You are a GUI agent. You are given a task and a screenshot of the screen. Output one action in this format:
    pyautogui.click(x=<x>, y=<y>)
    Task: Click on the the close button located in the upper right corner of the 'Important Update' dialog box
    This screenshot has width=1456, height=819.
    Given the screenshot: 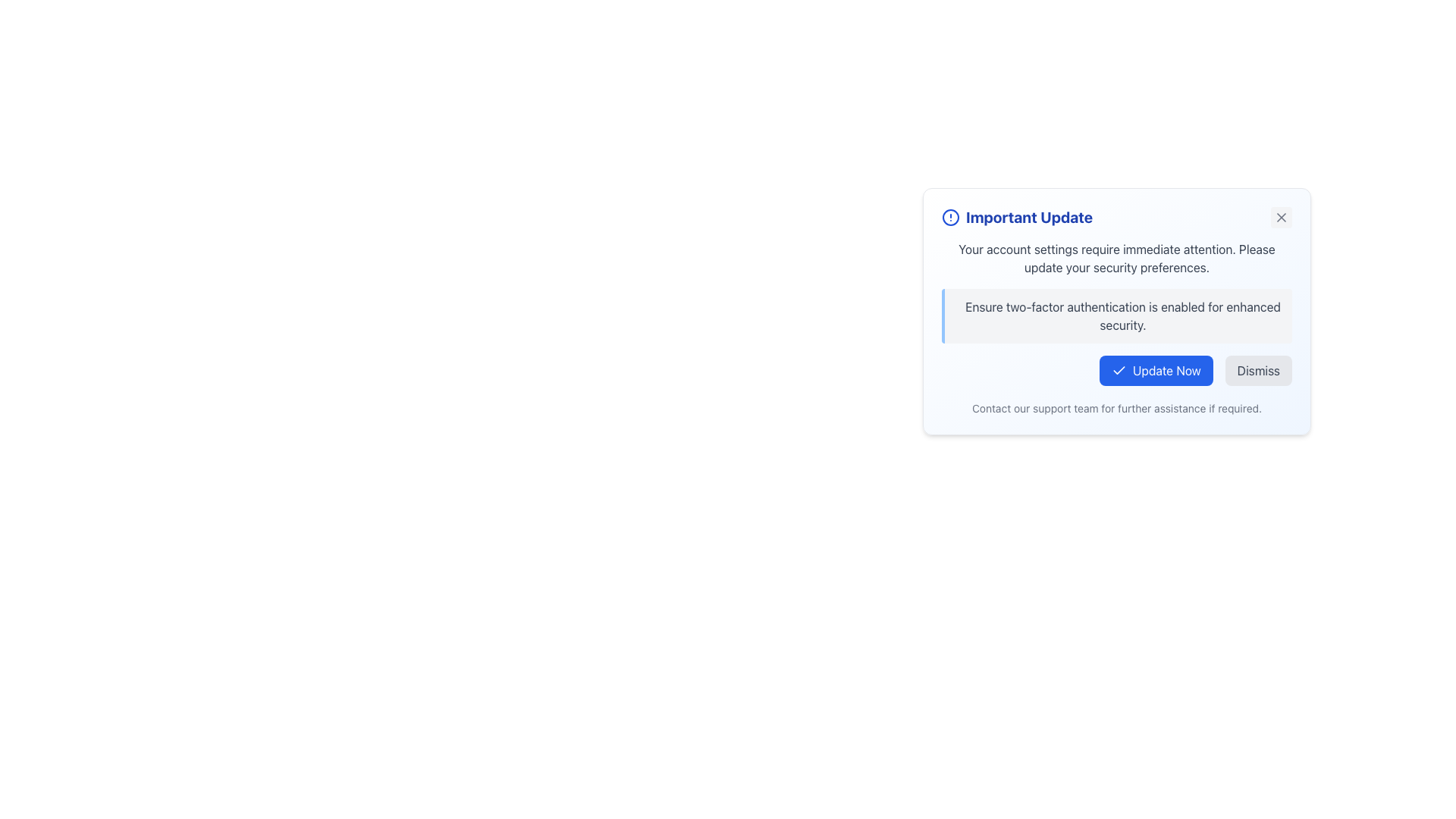 What is the action you would take?
    pyautogui.click(x=1280, y=217)
    